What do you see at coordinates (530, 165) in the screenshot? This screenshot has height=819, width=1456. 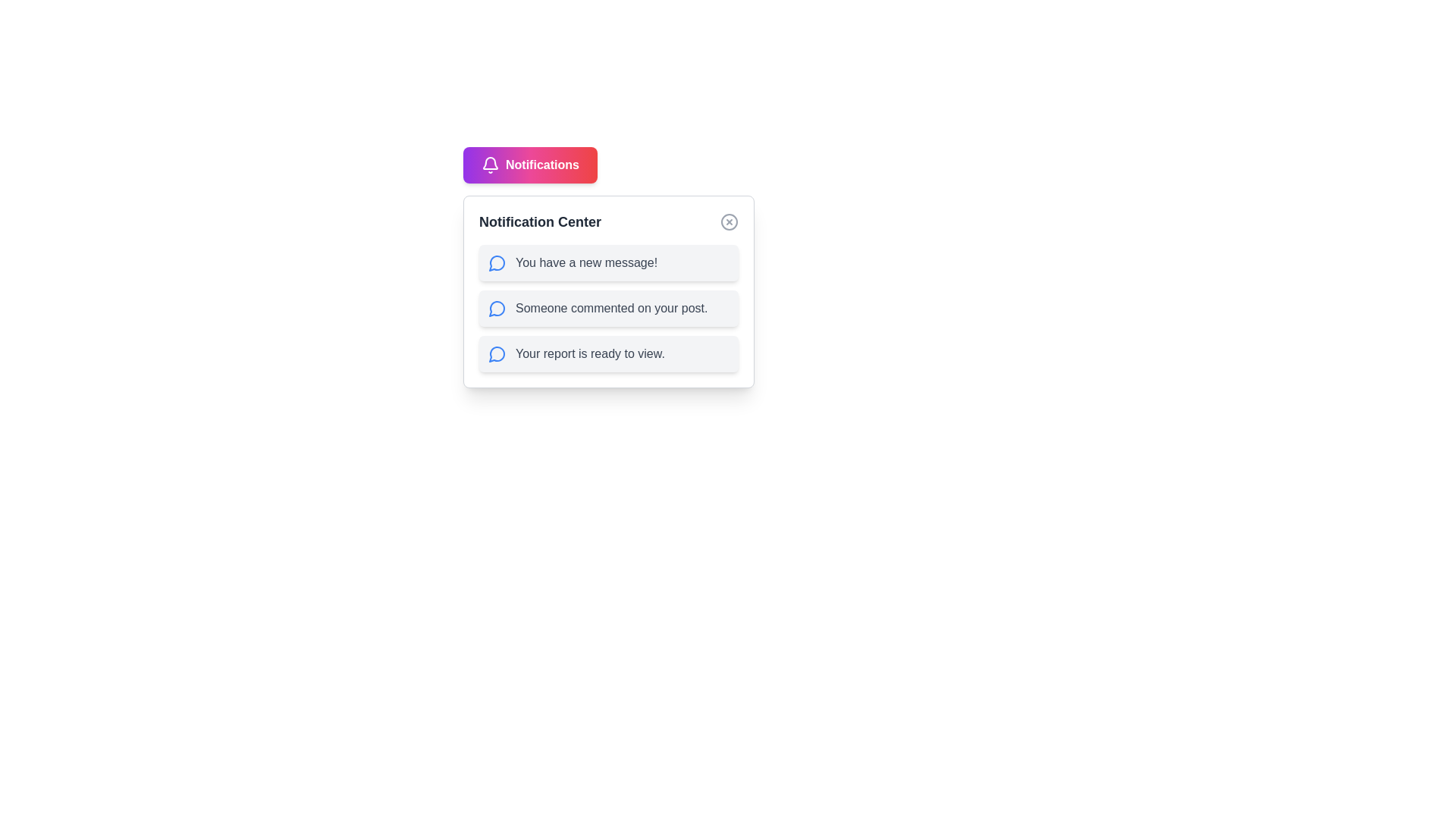 I see `the notification toggle button located at the top-left of the interface` at bounding box center [530, 165].